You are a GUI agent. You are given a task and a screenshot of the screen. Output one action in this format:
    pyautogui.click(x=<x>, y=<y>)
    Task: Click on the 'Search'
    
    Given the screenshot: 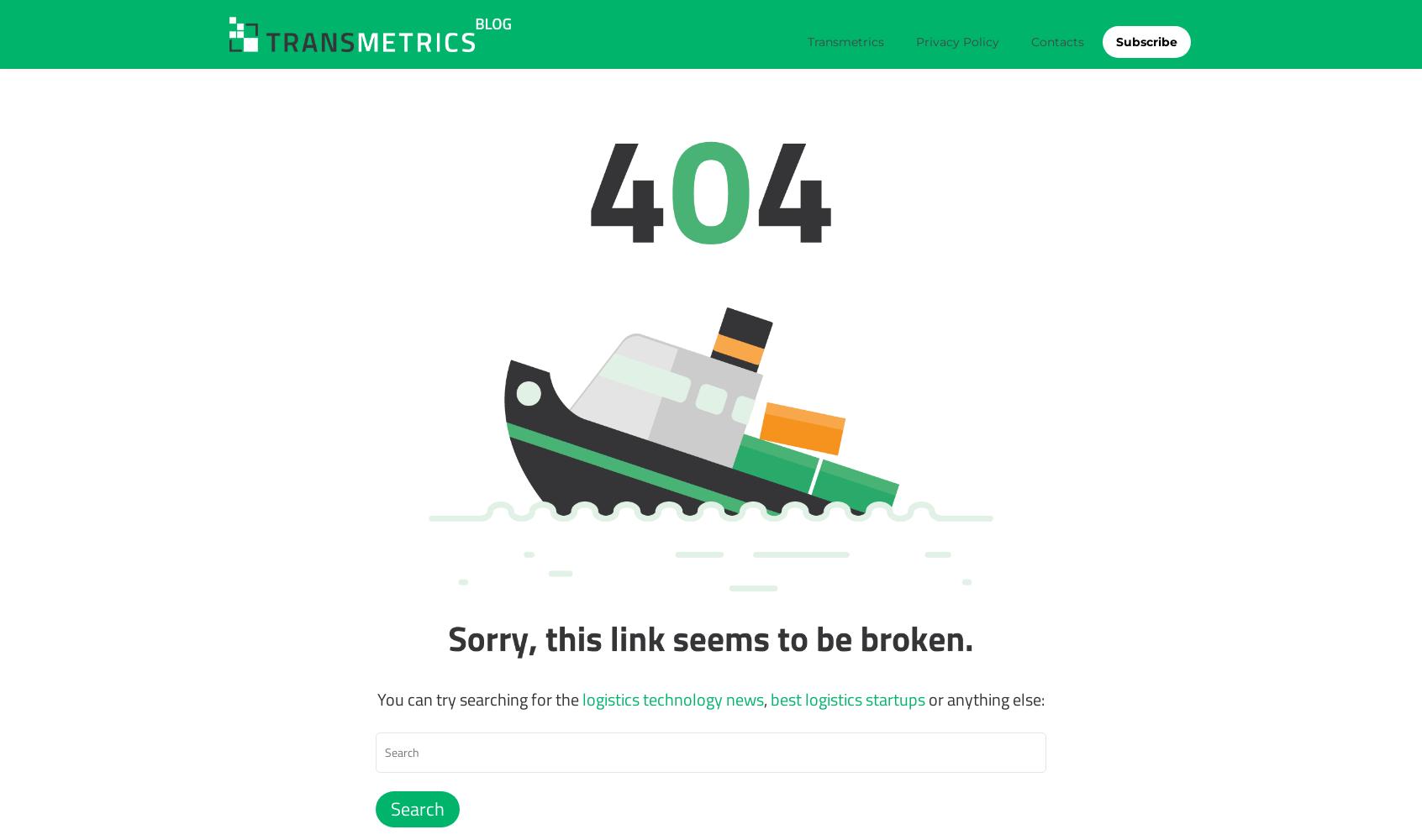 What is the action you would take?
    pyautogui.click(x=417, y=807)
    